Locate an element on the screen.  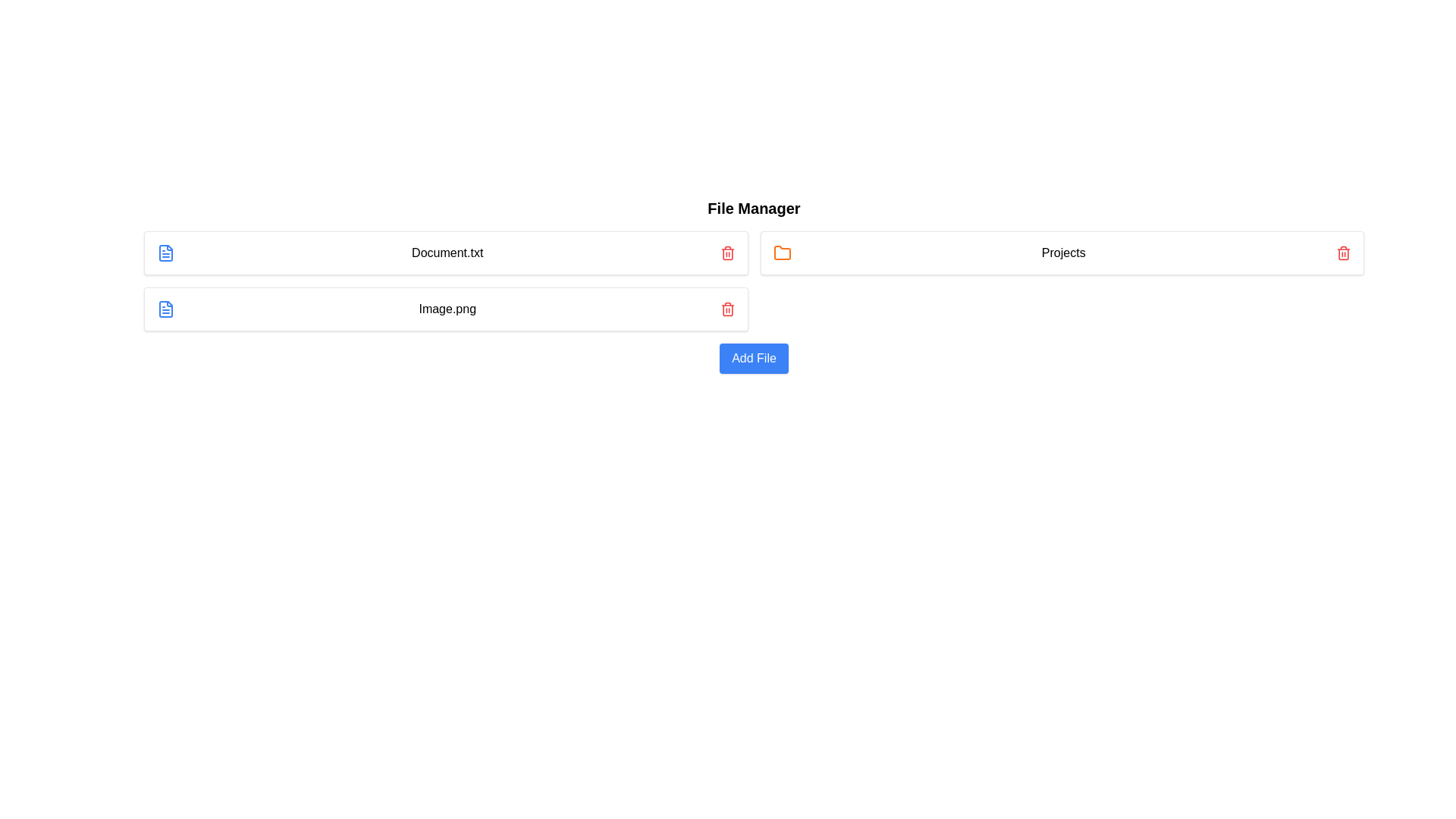
the folder icon in the 'Projects' section, which is the first element on the left in the second row is located at coordinates (782, 253).